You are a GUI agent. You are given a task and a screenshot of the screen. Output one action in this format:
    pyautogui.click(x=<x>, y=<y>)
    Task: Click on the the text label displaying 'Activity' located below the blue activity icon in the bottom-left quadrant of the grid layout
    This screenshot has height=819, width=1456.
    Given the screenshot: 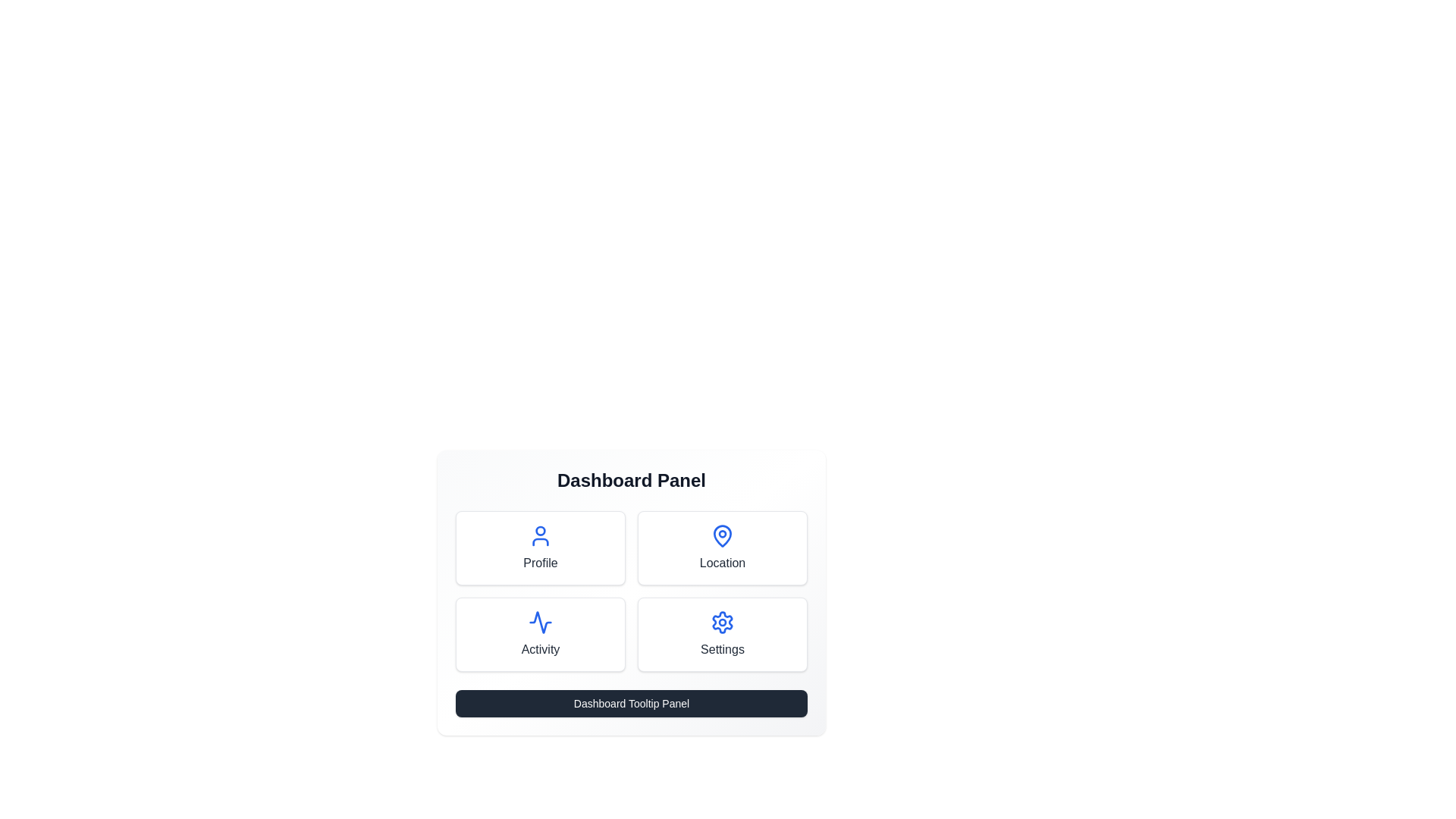 What is the action you would take?
    pyautogui.click(x=540, y=648)
    